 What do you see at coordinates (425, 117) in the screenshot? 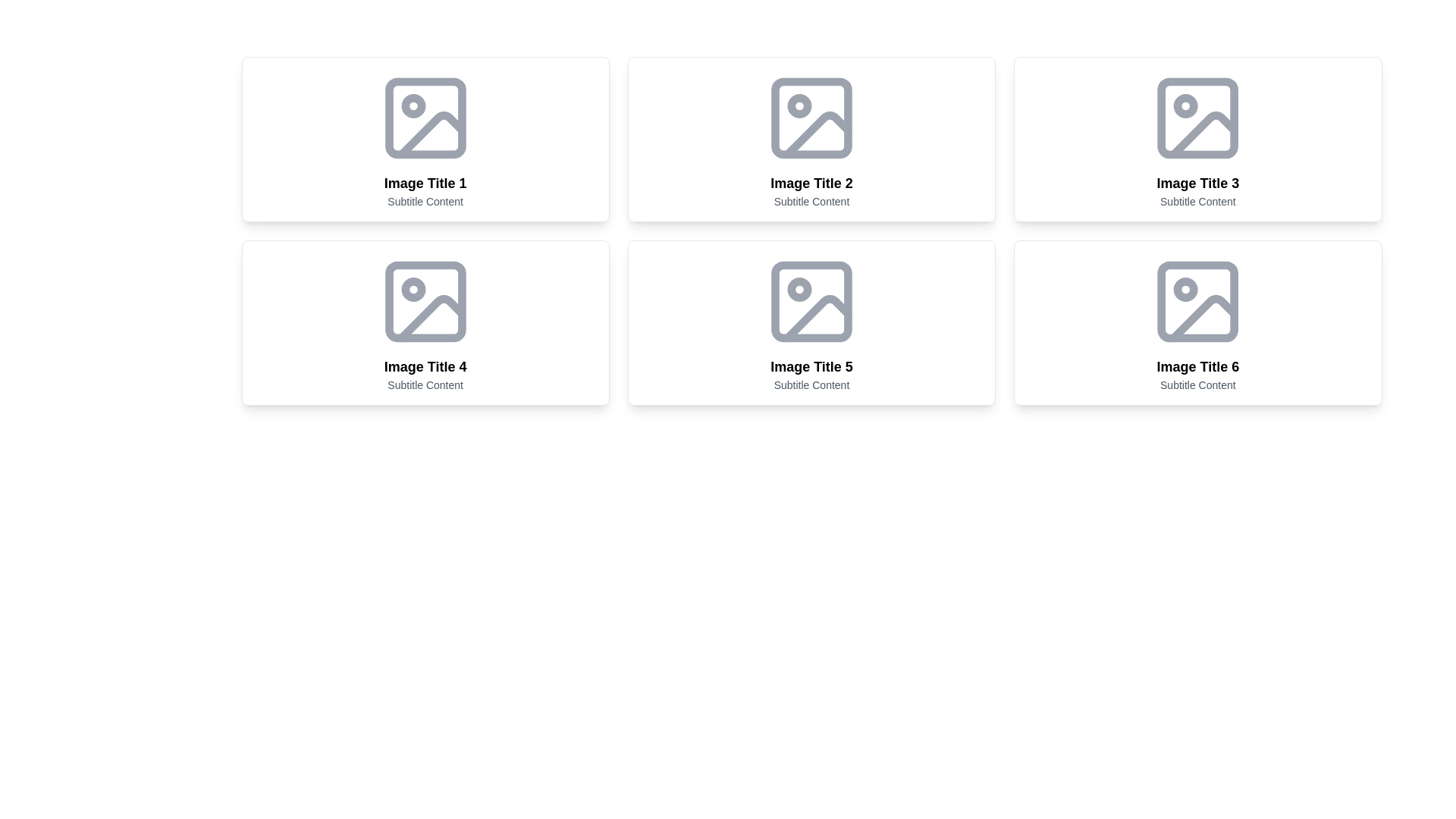
I see `the image placeholder icon located in the leftmost card titled 'Image Title 1' with the subtitle 'Subtitle Content'` at bounding box center [425, 117].